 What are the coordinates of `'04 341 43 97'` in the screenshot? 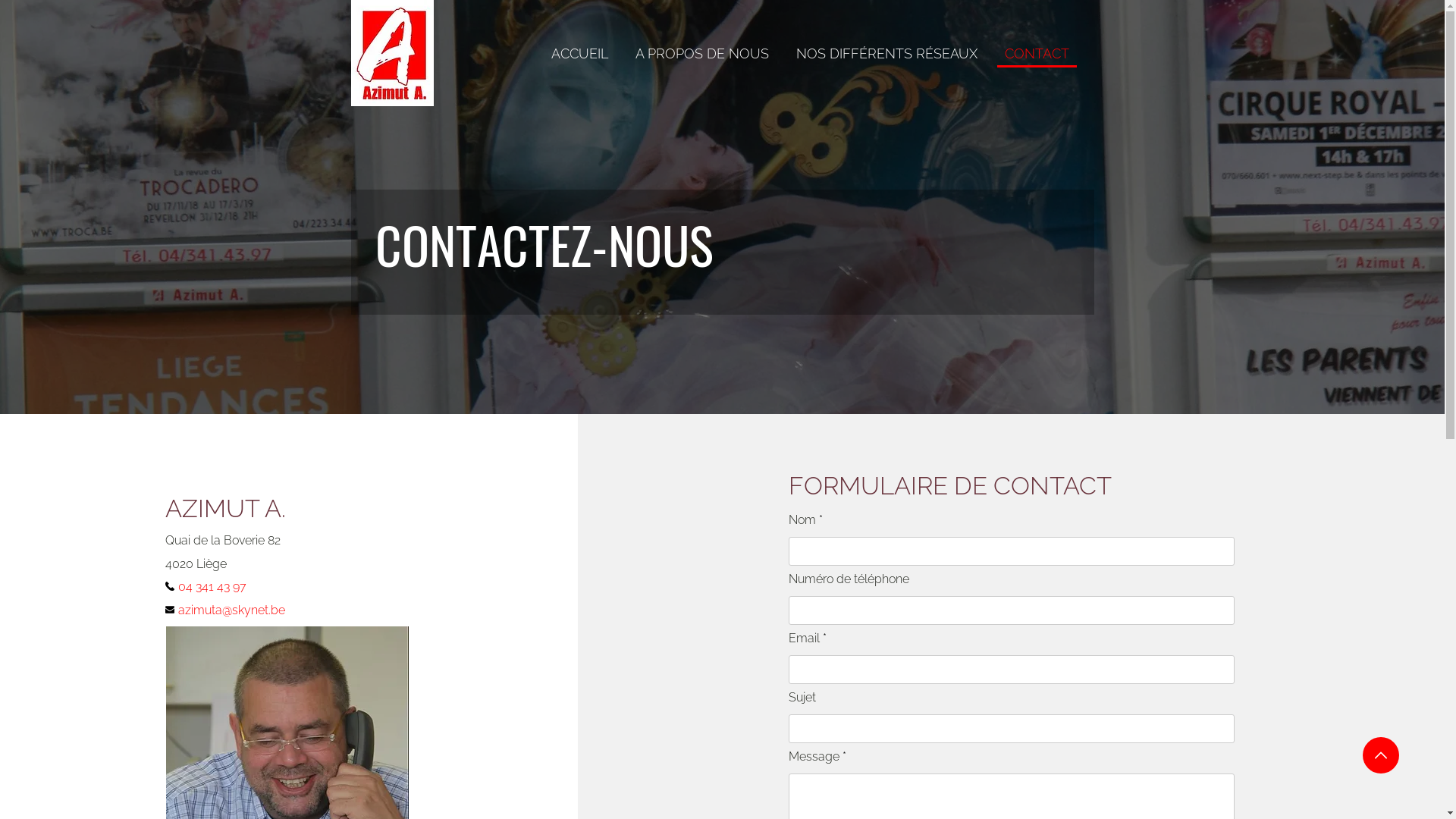 It's located at (221, 585).